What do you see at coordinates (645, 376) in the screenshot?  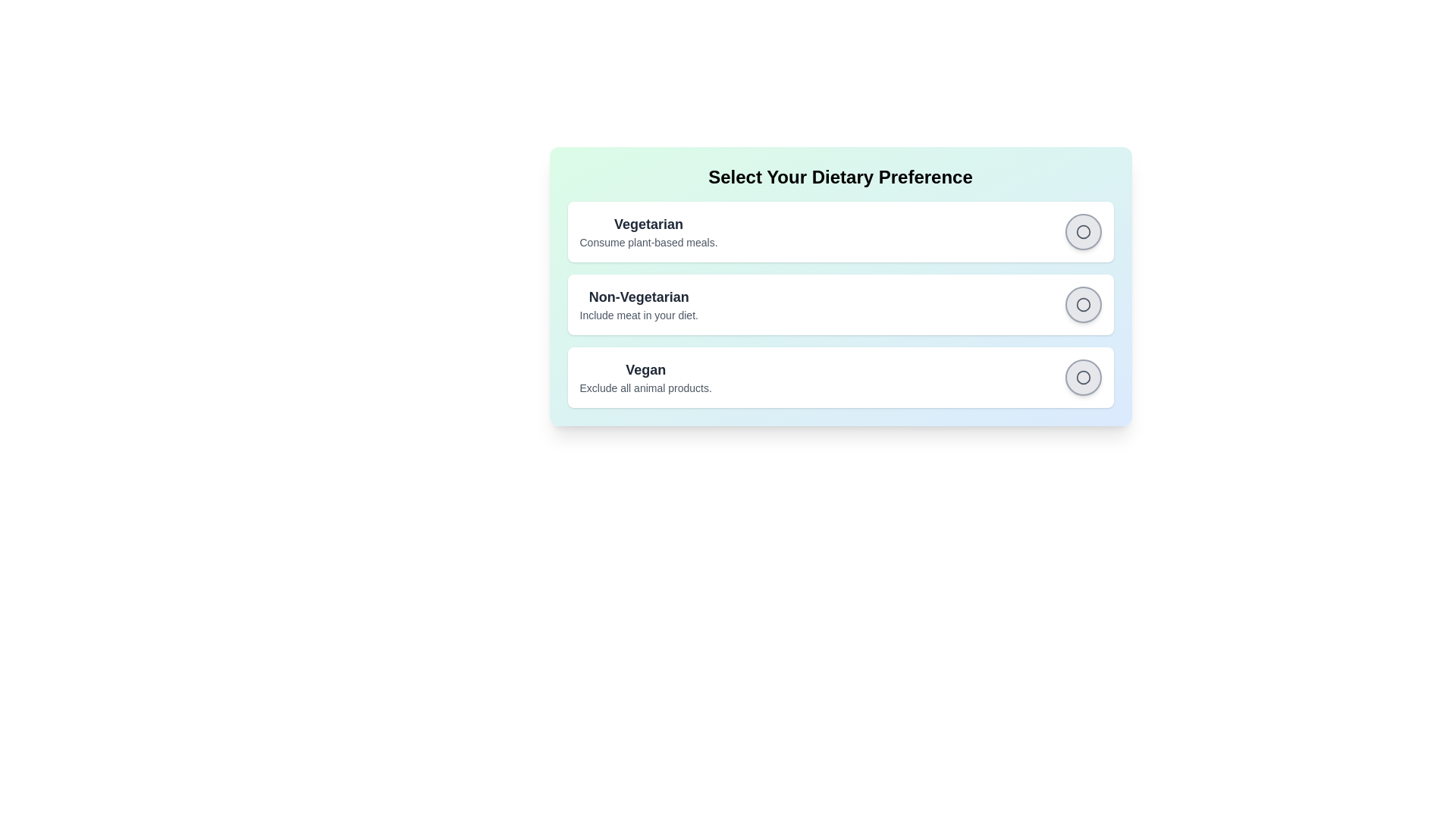 I see `the 'Vegan' dietary preference text label, which provides information about excluding all animal products, located within the selectable options under 'Select Your Dietary Preference.'` at bounding box center [645, 376].